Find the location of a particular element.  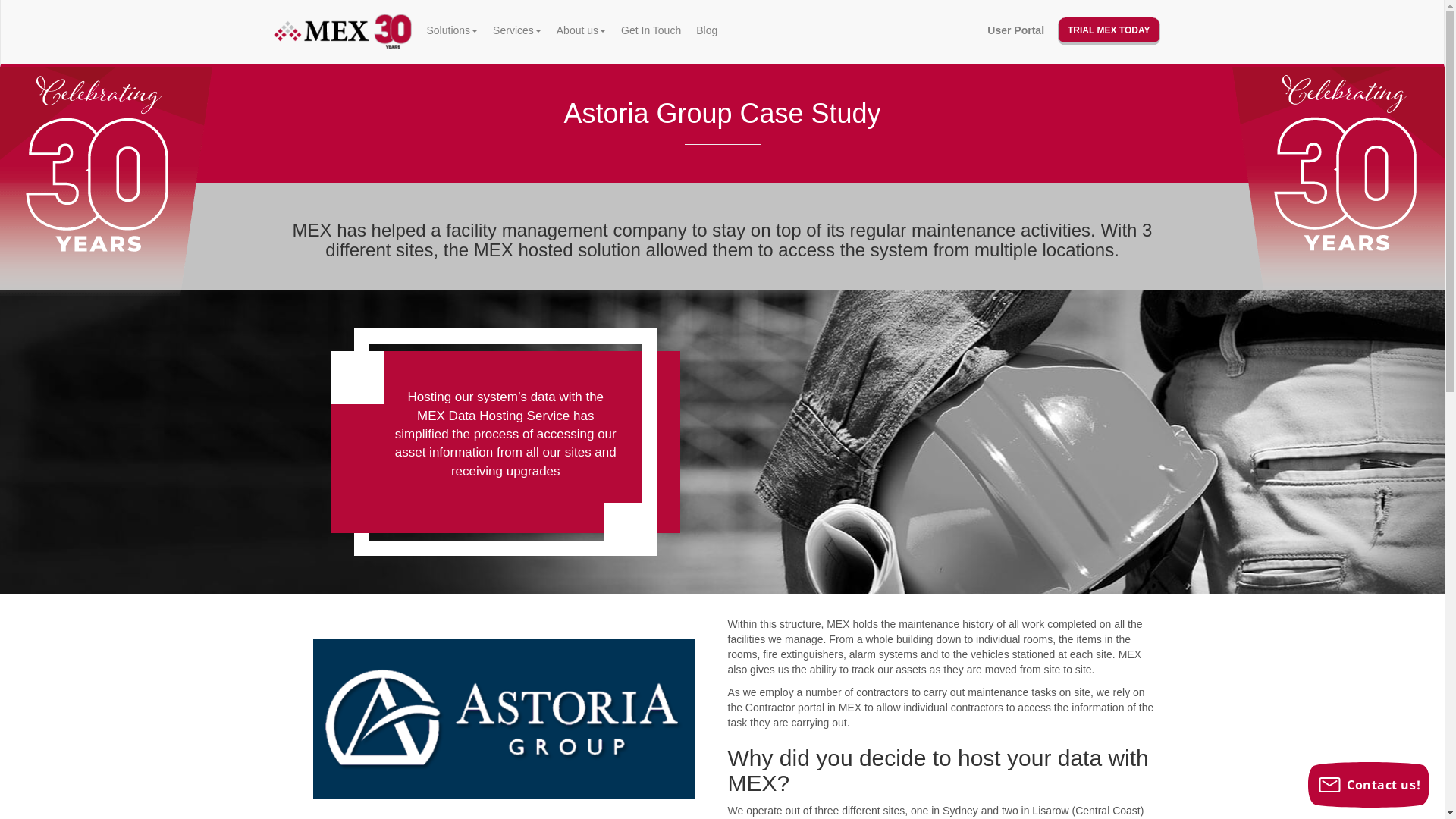

'Solutions' is located at coordinates (450, 30).